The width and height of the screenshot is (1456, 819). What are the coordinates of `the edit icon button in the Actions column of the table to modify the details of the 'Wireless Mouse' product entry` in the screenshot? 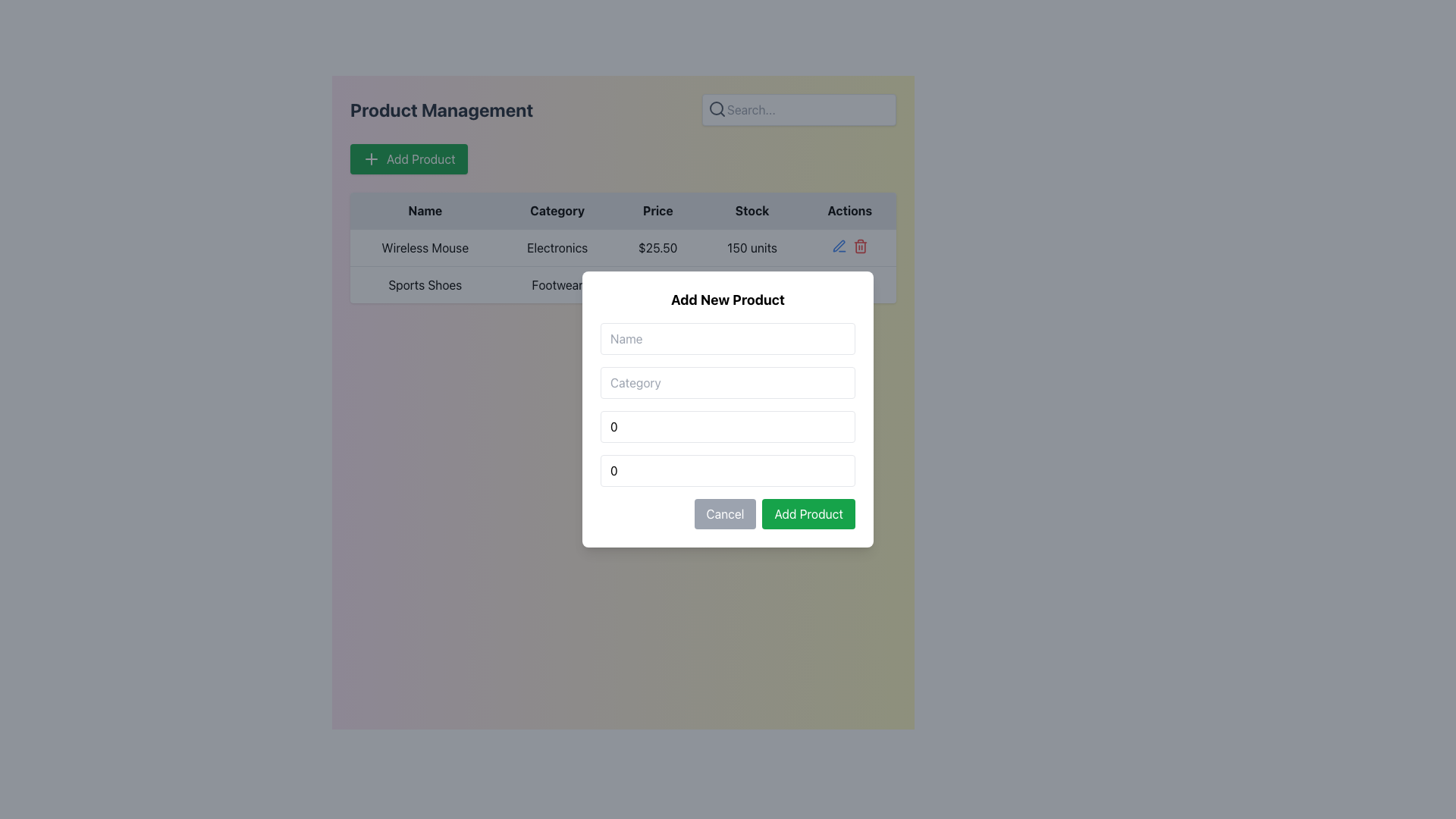 It's located at (838, 245).